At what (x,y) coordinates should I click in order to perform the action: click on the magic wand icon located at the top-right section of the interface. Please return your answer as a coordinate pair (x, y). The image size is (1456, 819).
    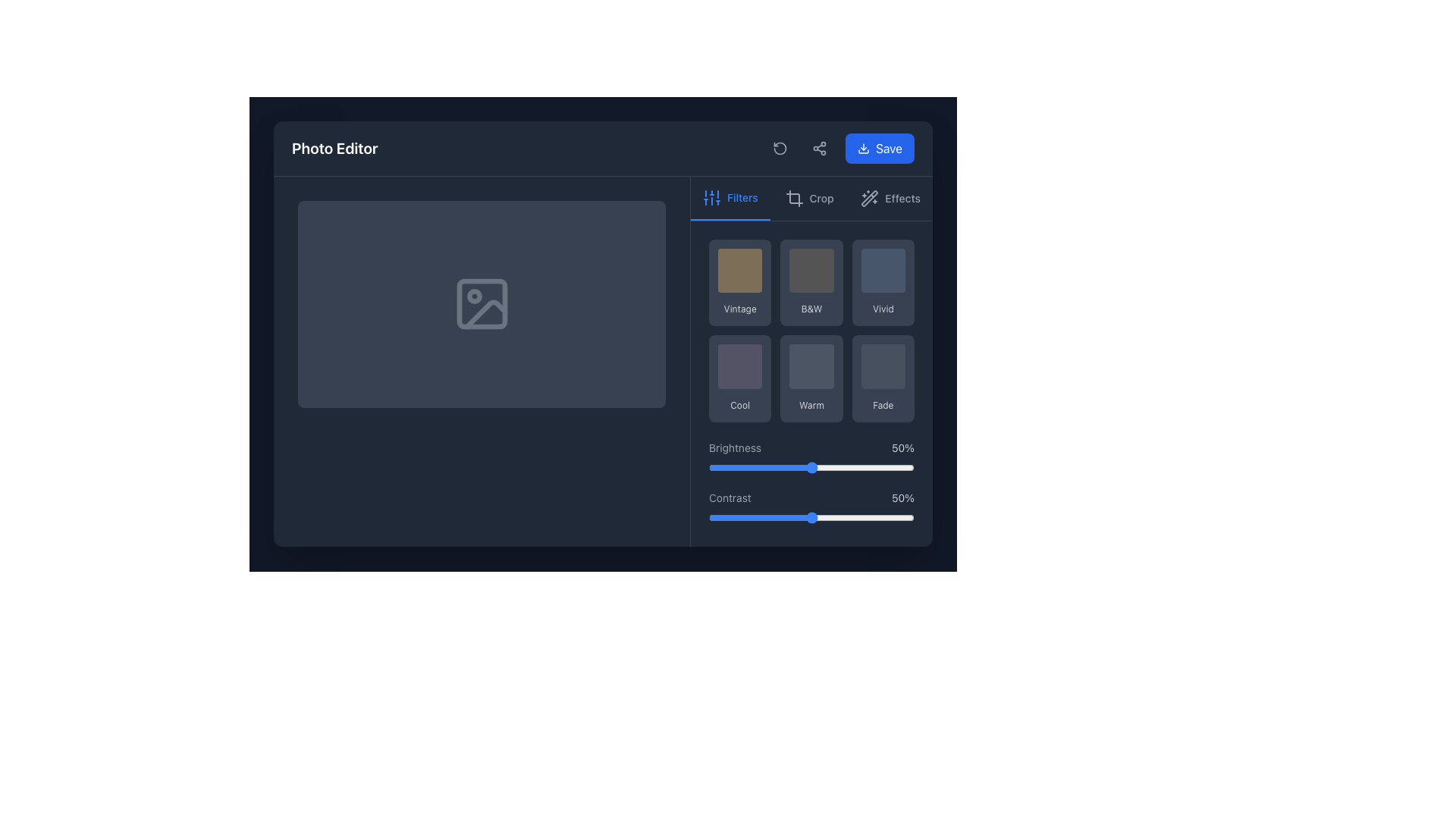
    Looking at the image, I should click on (870, 198).